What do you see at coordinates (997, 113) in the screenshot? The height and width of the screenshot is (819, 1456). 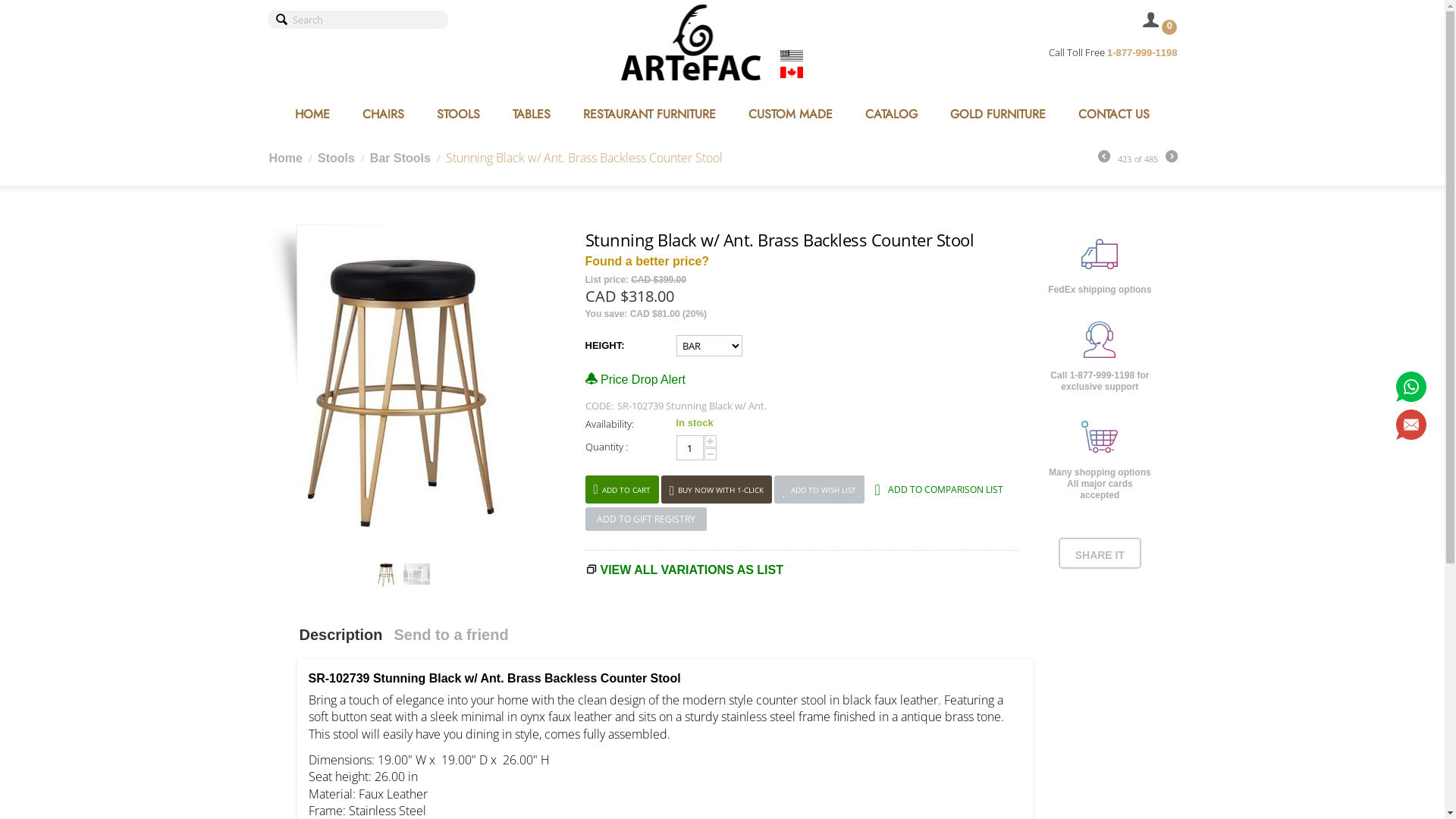 I see `'GOLD FURNITURE'` at bounding box center [997, 113].